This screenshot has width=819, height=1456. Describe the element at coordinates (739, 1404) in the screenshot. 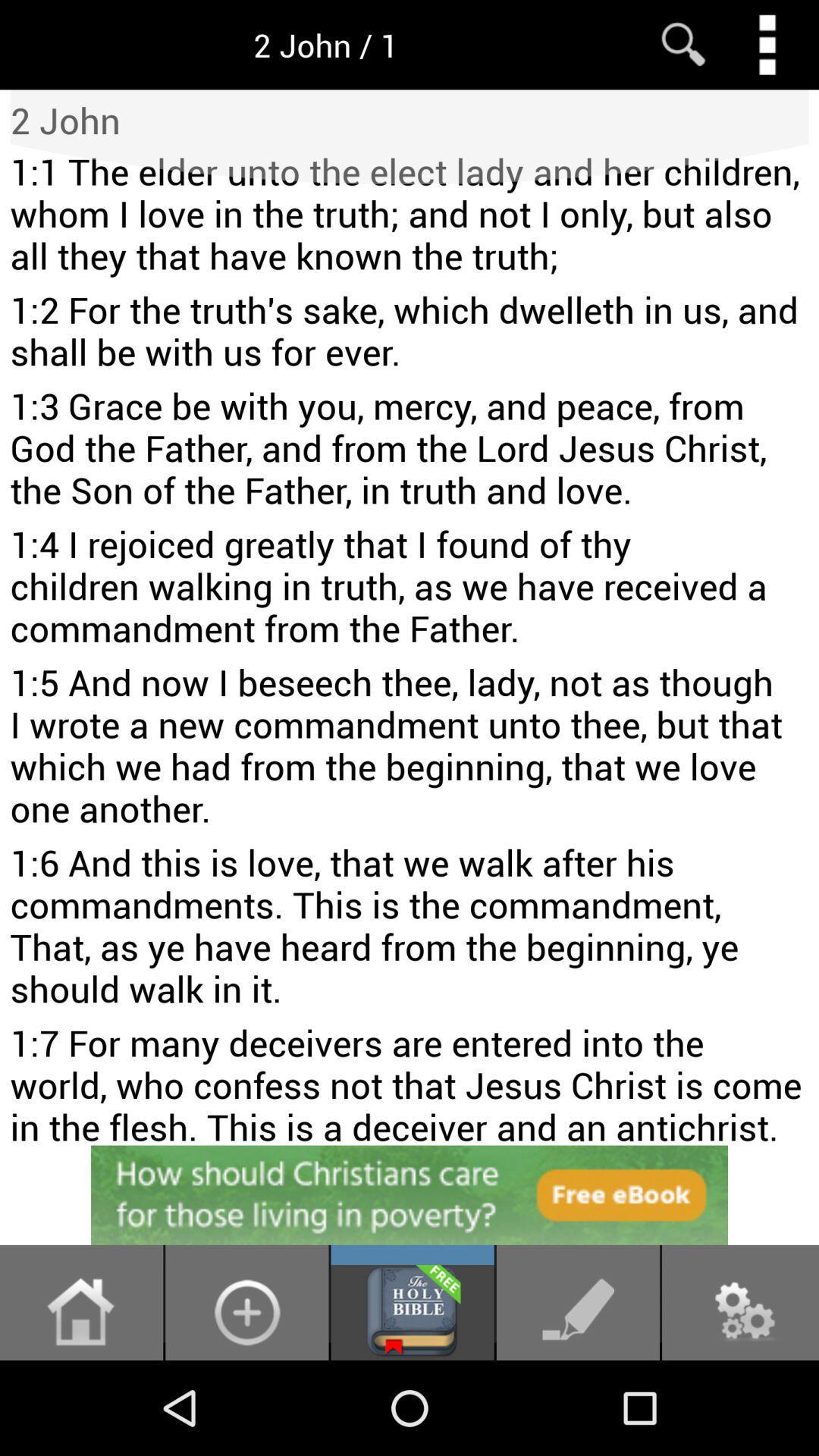

I see `the settings icon` at that location.